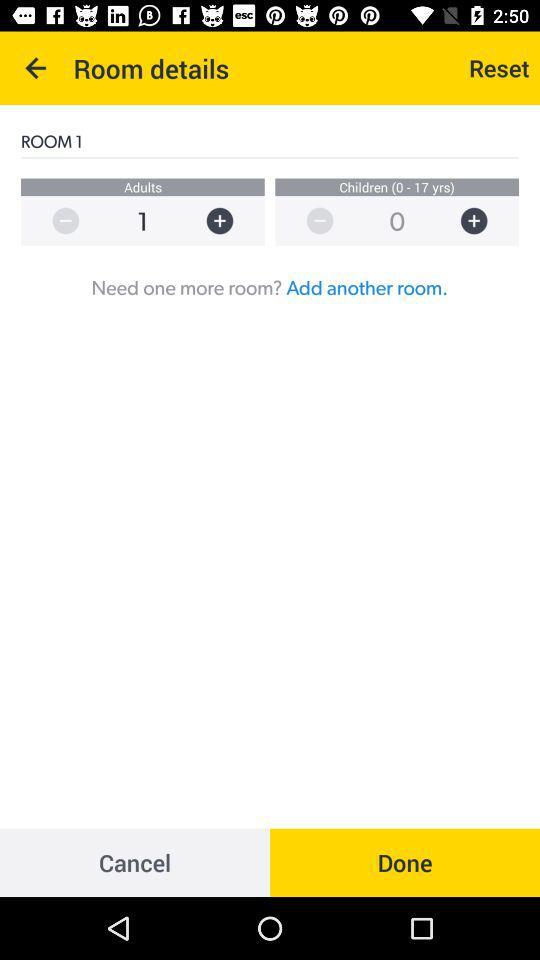 This screenshot has width=540, height=960. I want to click on the zoom_out icon, so click(310, 221).